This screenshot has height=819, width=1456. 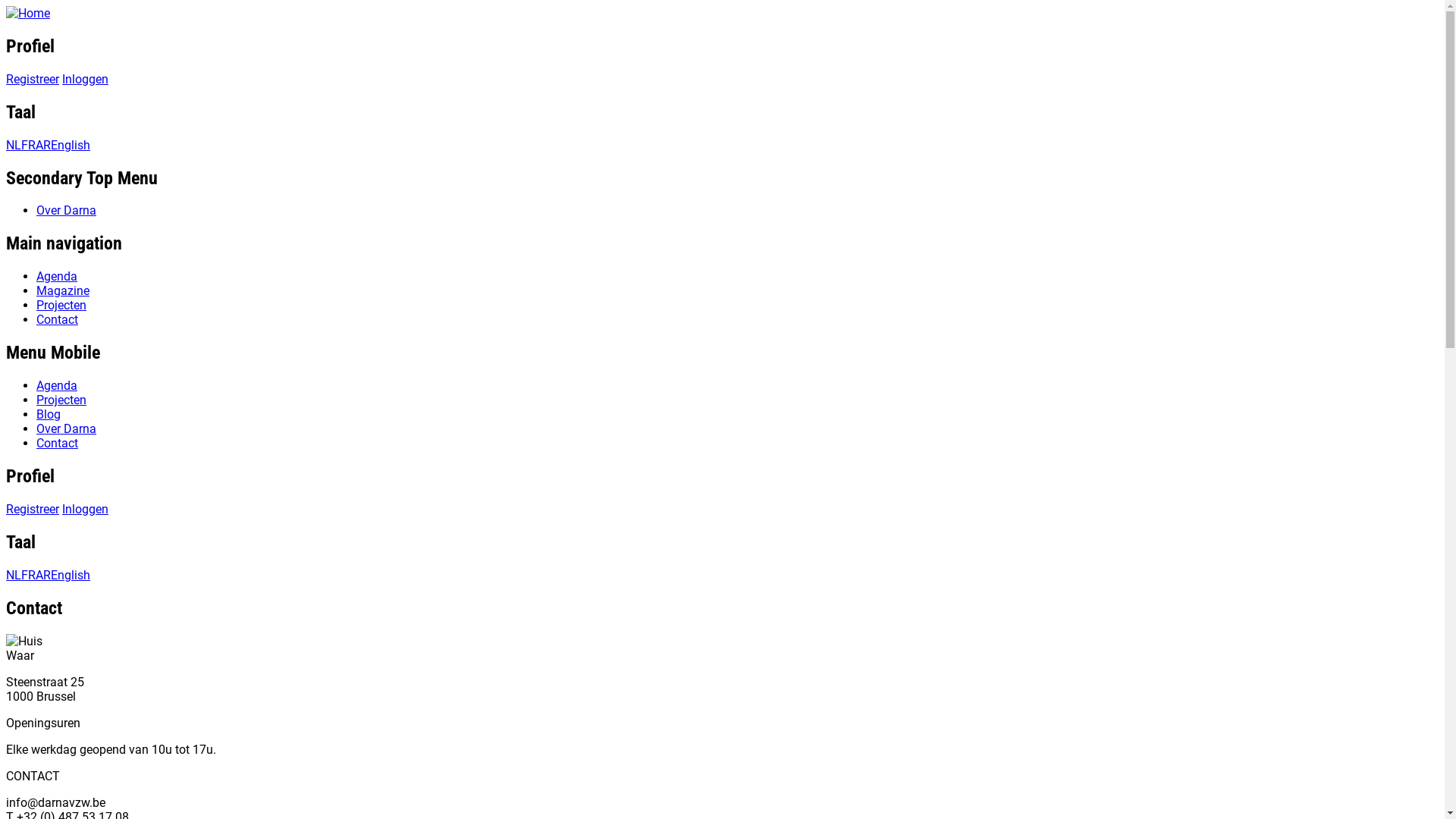 I want to click on 'FR', so click(x=28, y=575).